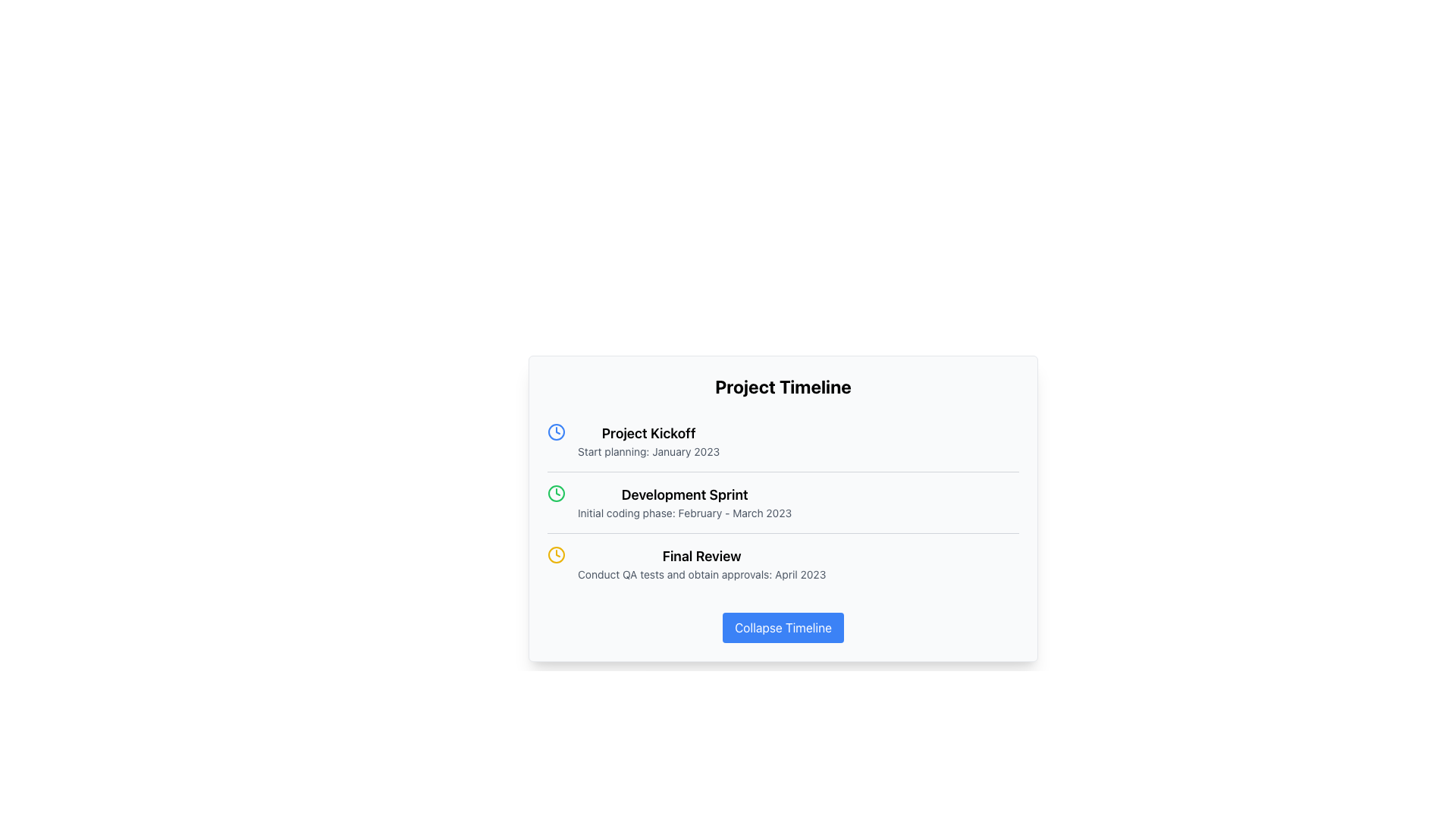 This screenshot has width=1456, height=819. I want to click on the second project phase item in the vertically stacked list, which provides a title and description of the phase, located between 'Project Kickoff' and 'Final Review', so click(783, 502).